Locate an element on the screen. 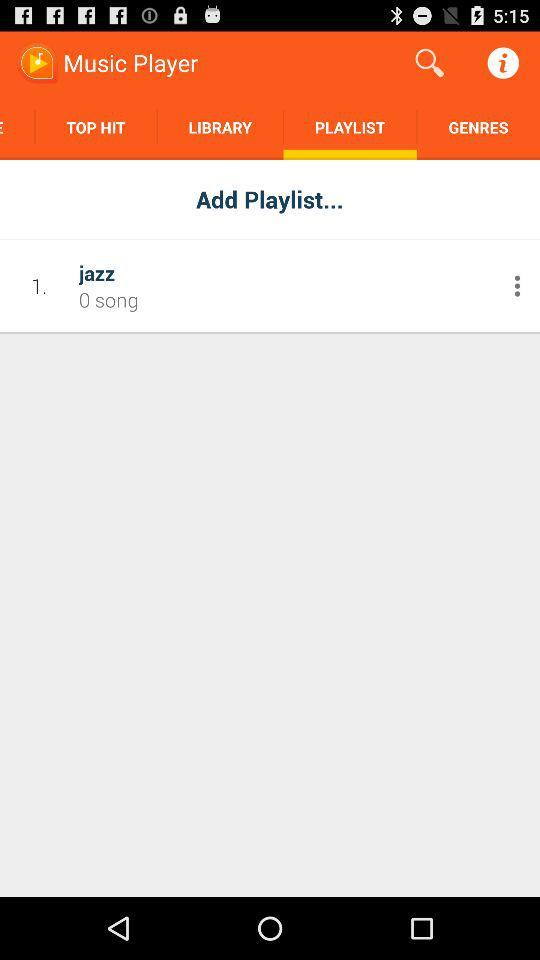  library is located at coordinates (219, 126).